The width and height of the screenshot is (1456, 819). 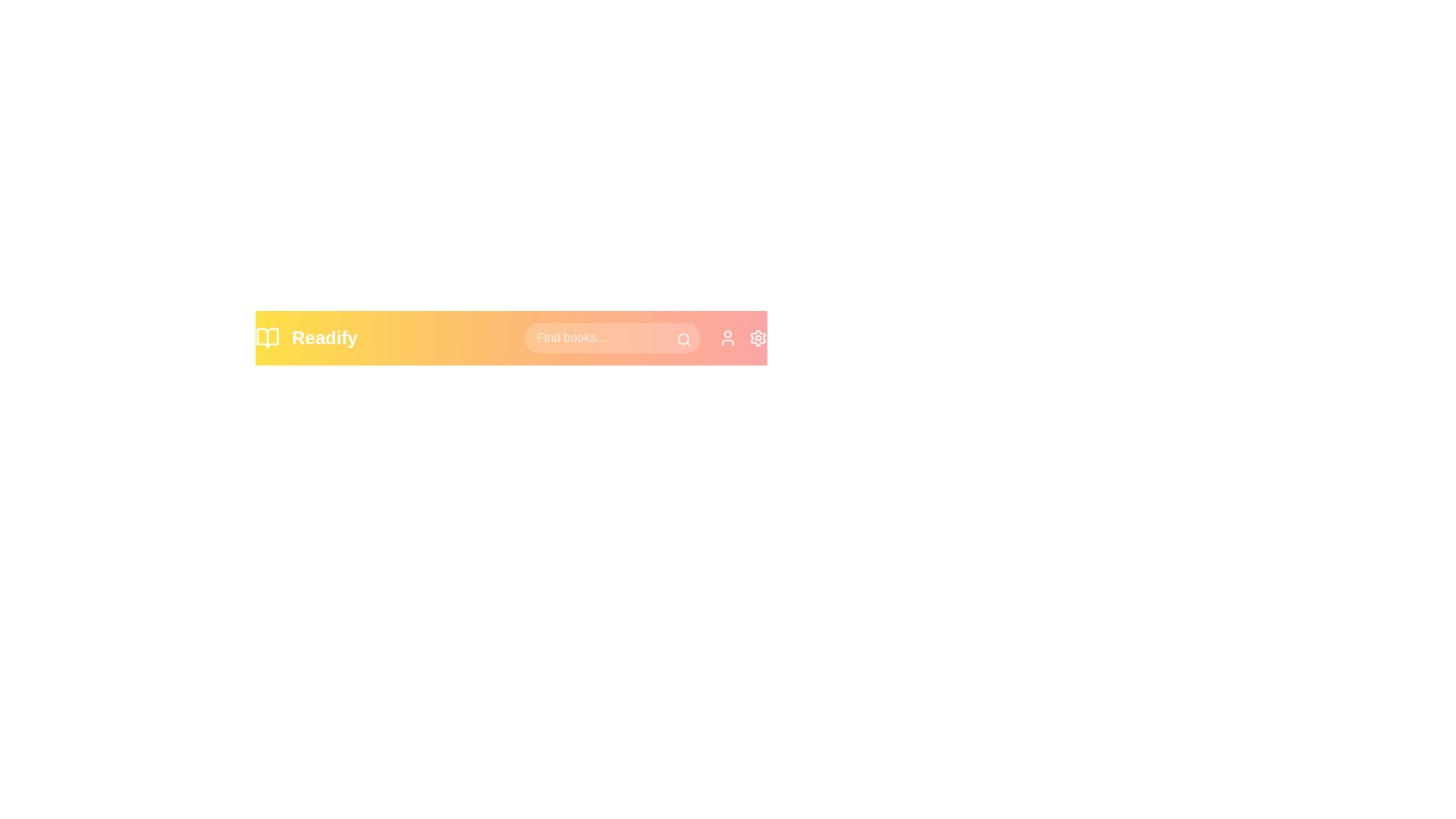 I want to click on the user icon to access the user profile or login, so click(x=728, y=337).